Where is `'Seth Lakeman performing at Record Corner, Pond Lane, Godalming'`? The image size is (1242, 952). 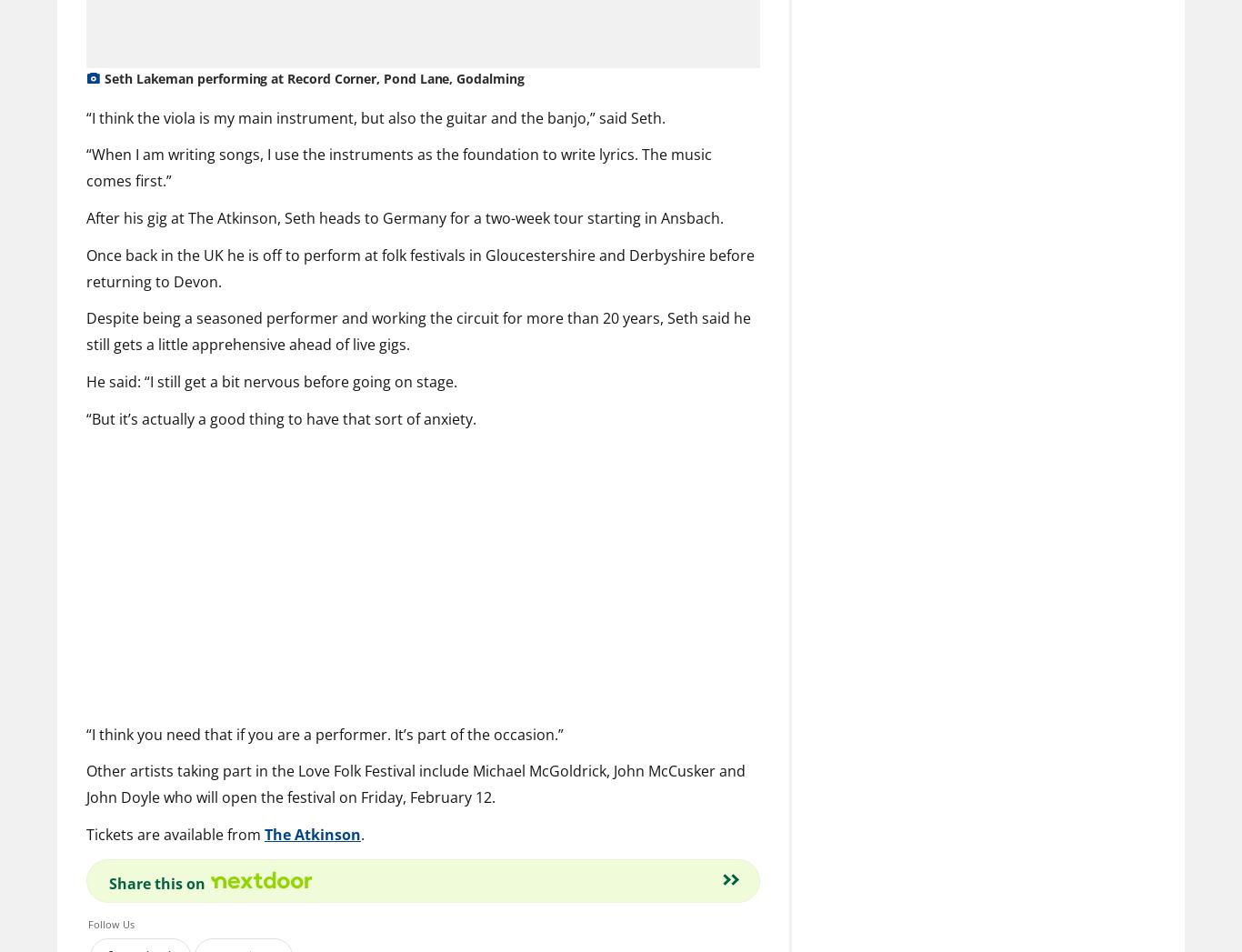
'Seth Lakeman performing at Record Corner, Pond Lane, Godalming' is located at coordinates (313, 78).